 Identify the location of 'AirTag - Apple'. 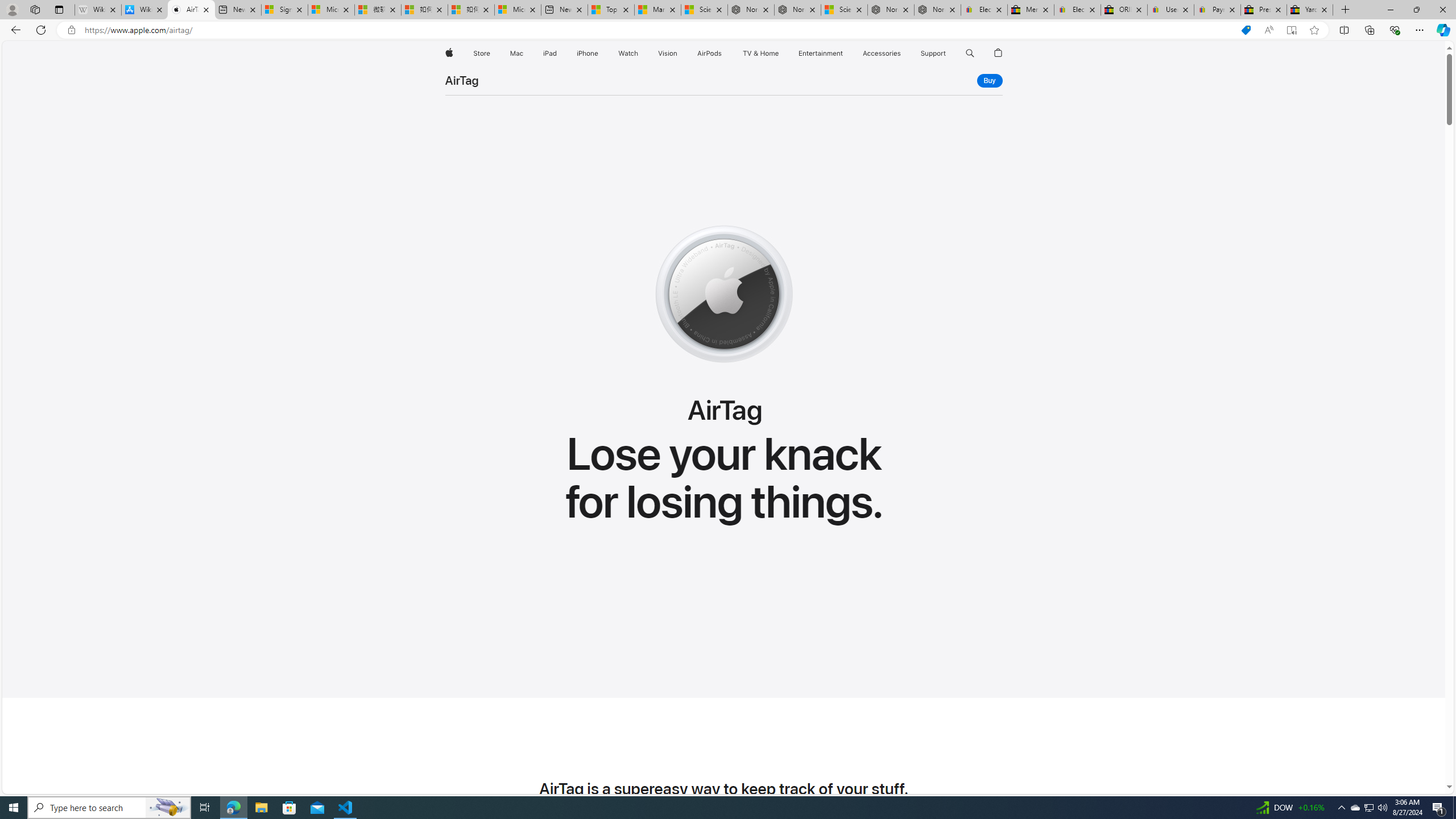
(191, 9).